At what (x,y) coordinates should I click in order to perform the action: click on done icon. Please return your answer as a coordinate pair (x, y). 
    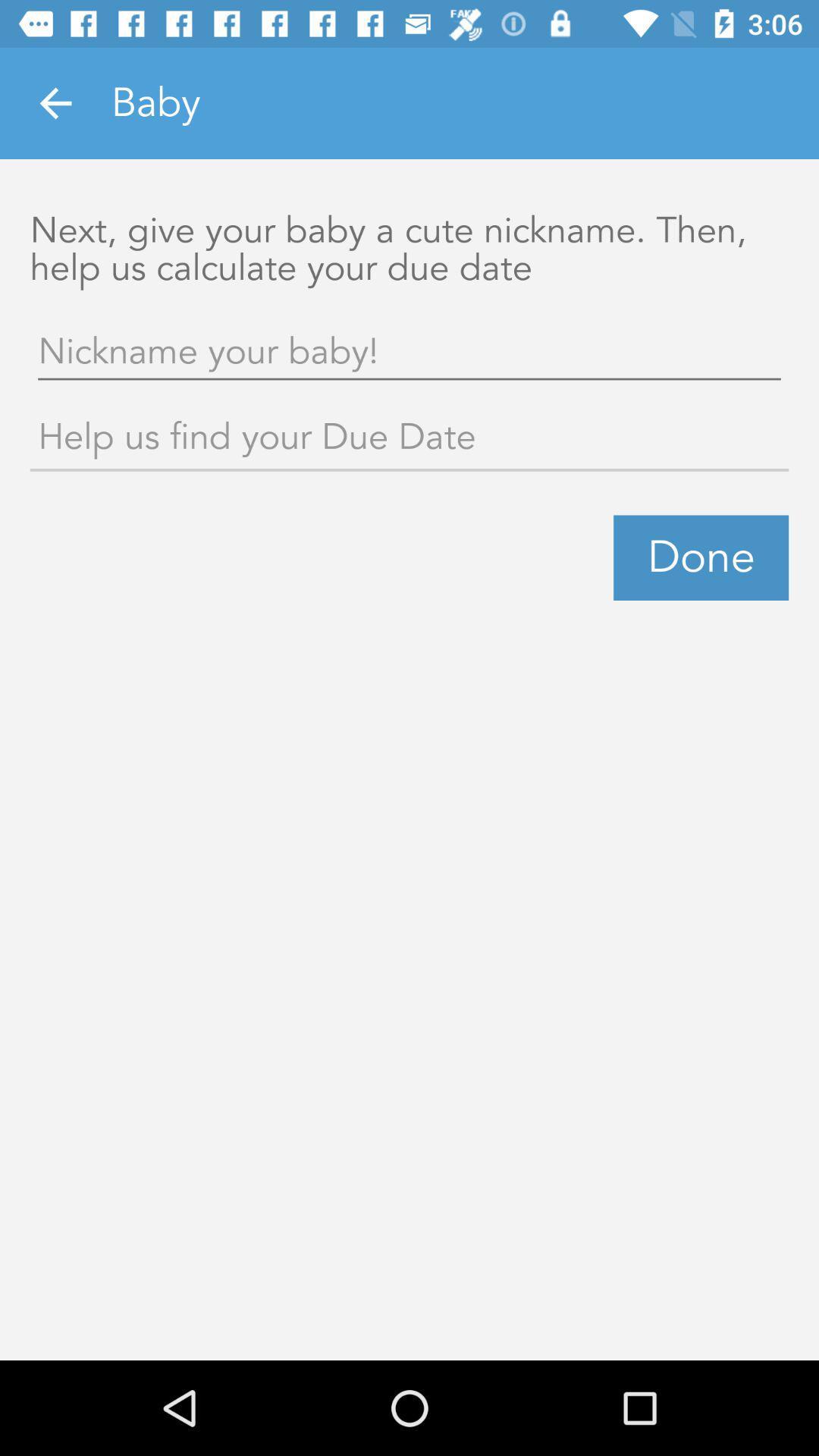
    Looking at the image, I should click on (701, 557).